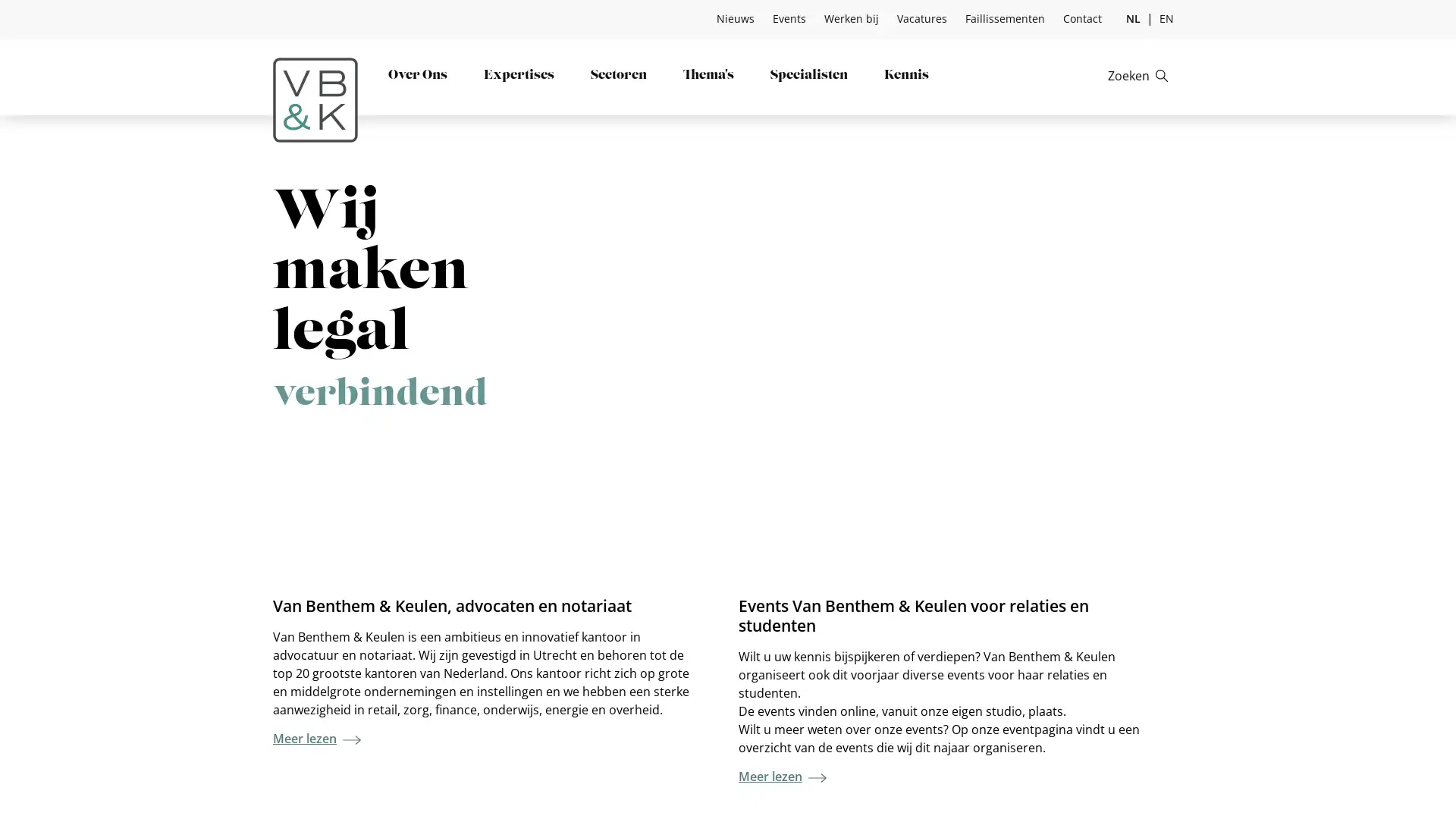 The height and width of the screenshot is (819, 1456). I want to click on Sectoren. (dit navigatie-item is uitklapbaar met de hierop volgende button), so click(619, 76).